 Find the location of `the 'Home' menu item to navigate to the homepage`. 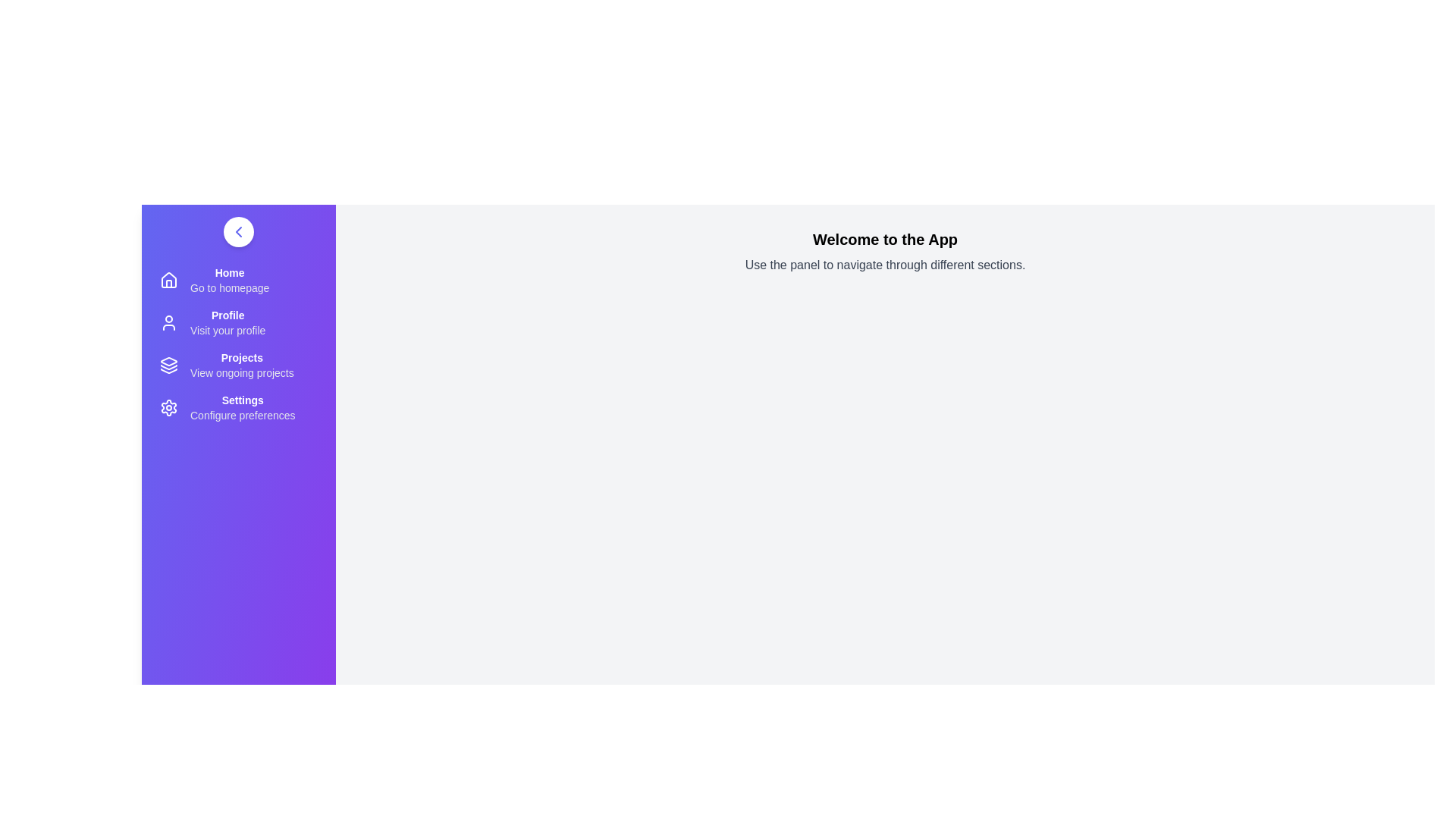

the 'Home' menu item to navigate to the homepage is located at coordinates (238, 281).